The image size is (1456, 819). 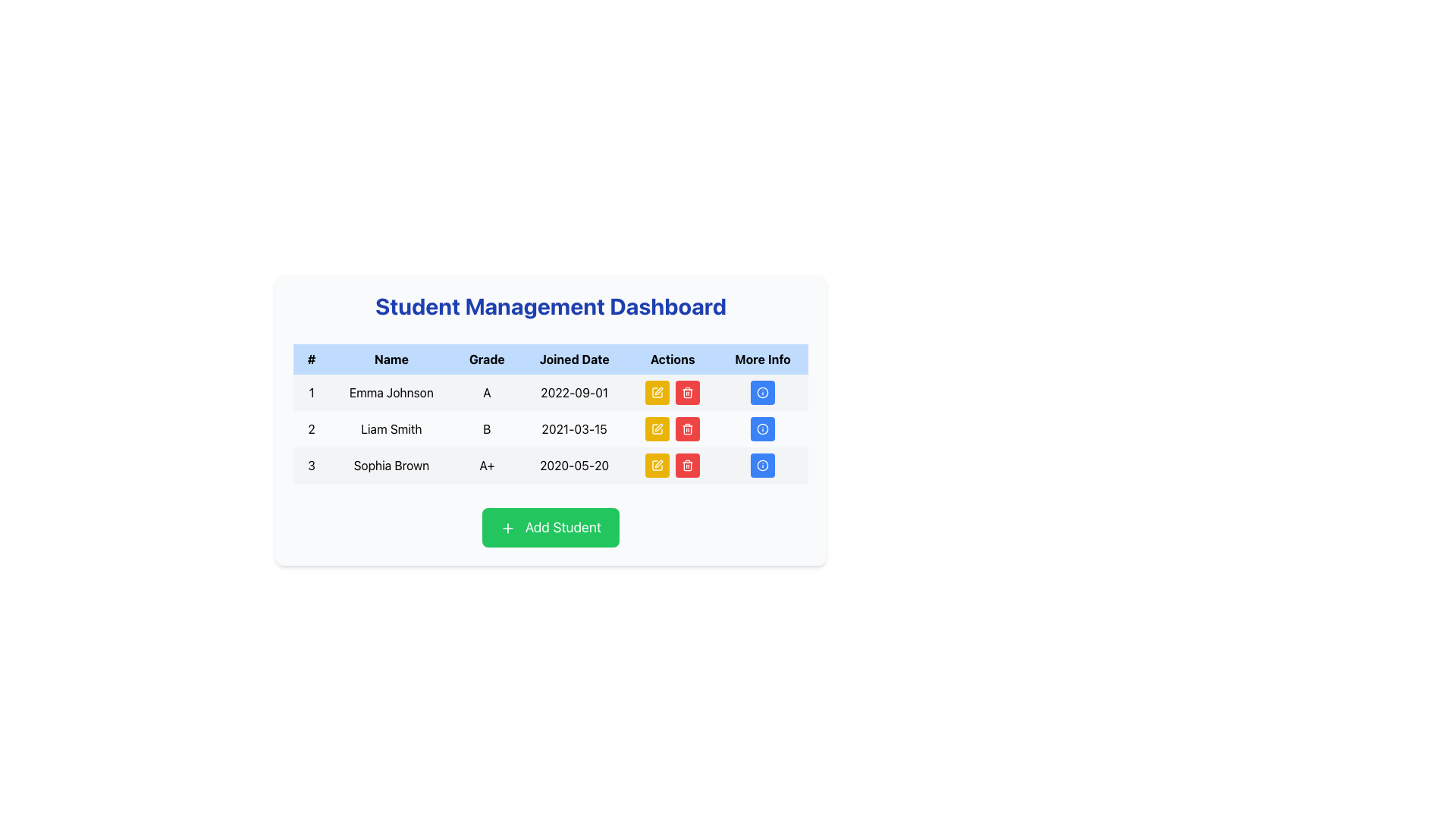 What do you see at coordinates (763, 391) in the screenshot?
I see `the rightmost button in the 'More Info' column of the first row in the 'Student Management Dashboard' table` at bounding box center [763, 391].